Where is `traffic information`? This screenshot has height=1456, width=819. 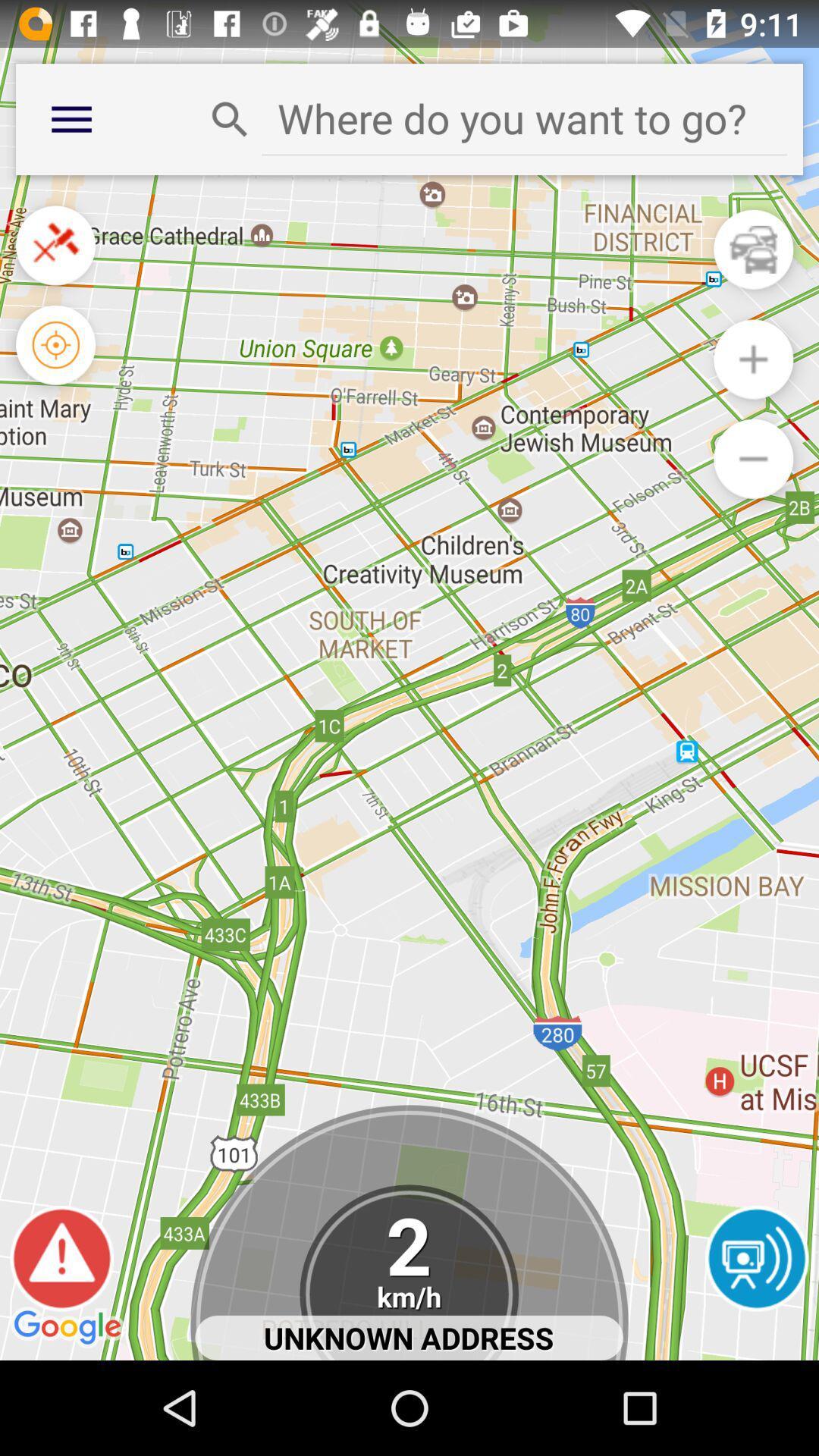
traffic information is located at coordinates (753, 249).